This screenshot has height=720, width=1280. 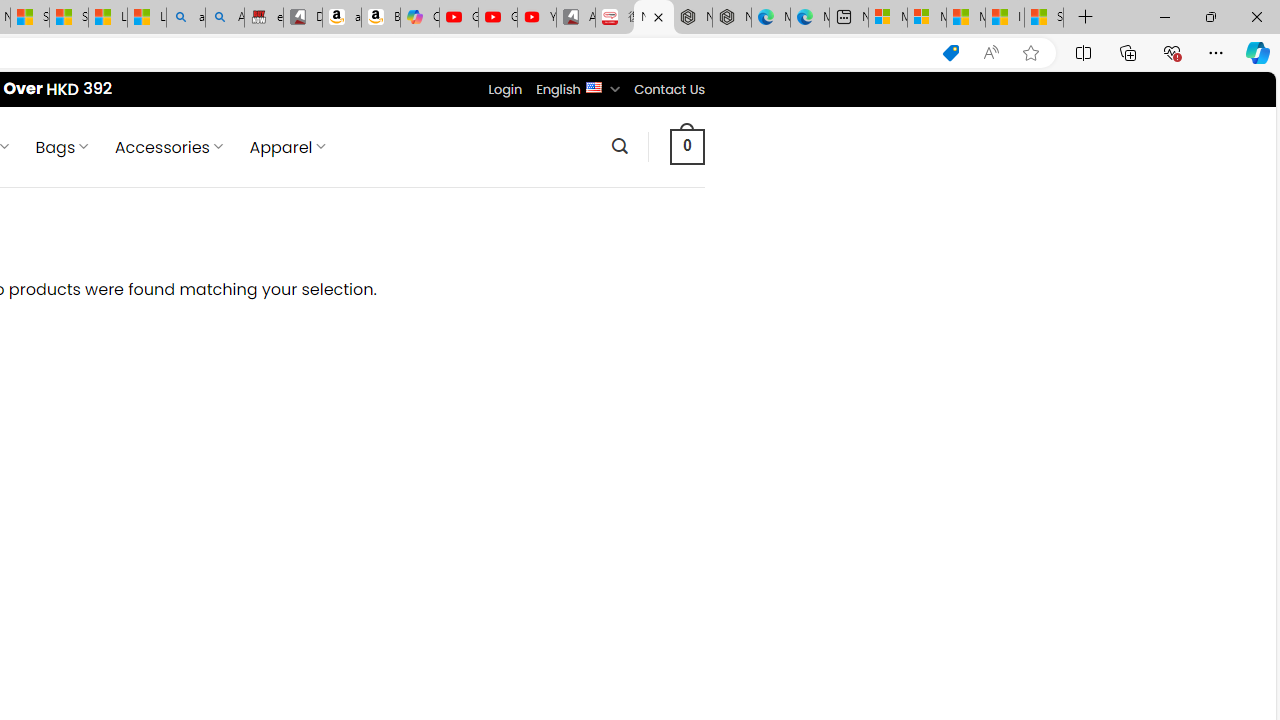 What do you see at coordinates (688, 145) in the screenshot?
I see `'  0  '` at bounding box center [688, 145].